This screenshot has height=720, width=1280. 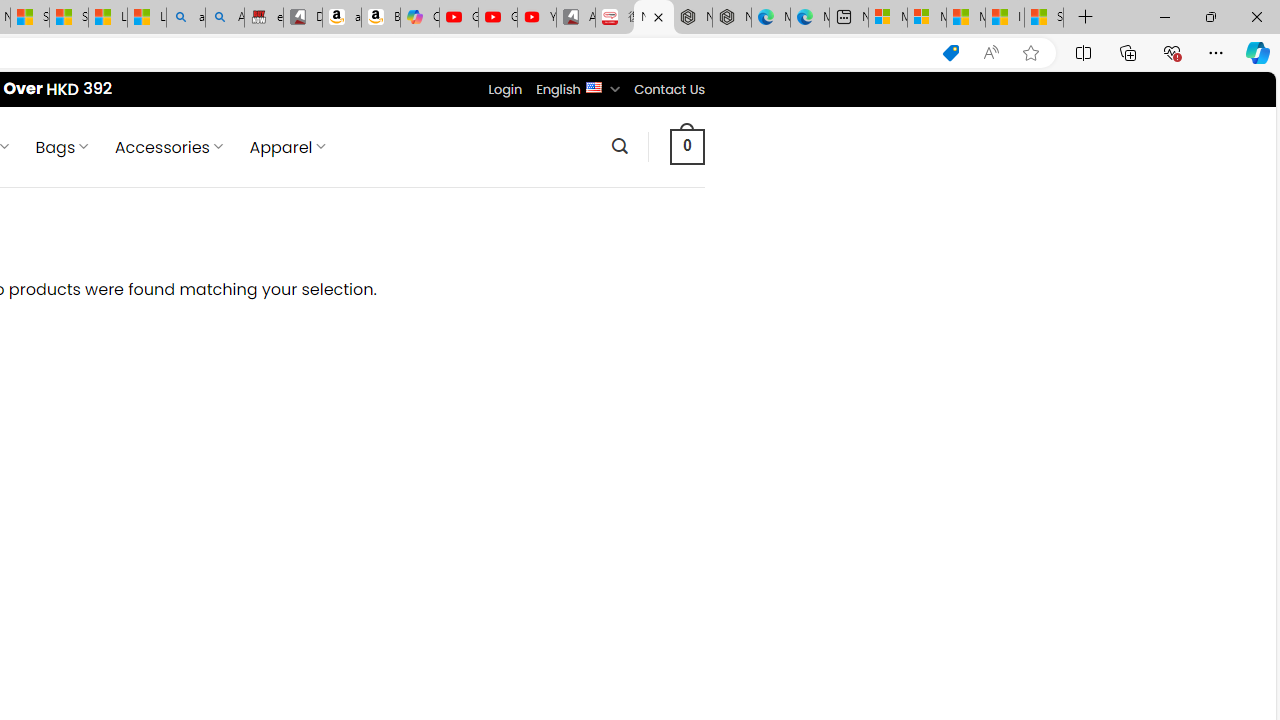 What do you see at coordinates (688, 145) in the screenshot?
I see `'  0  '` at bounding box center [688, 145].